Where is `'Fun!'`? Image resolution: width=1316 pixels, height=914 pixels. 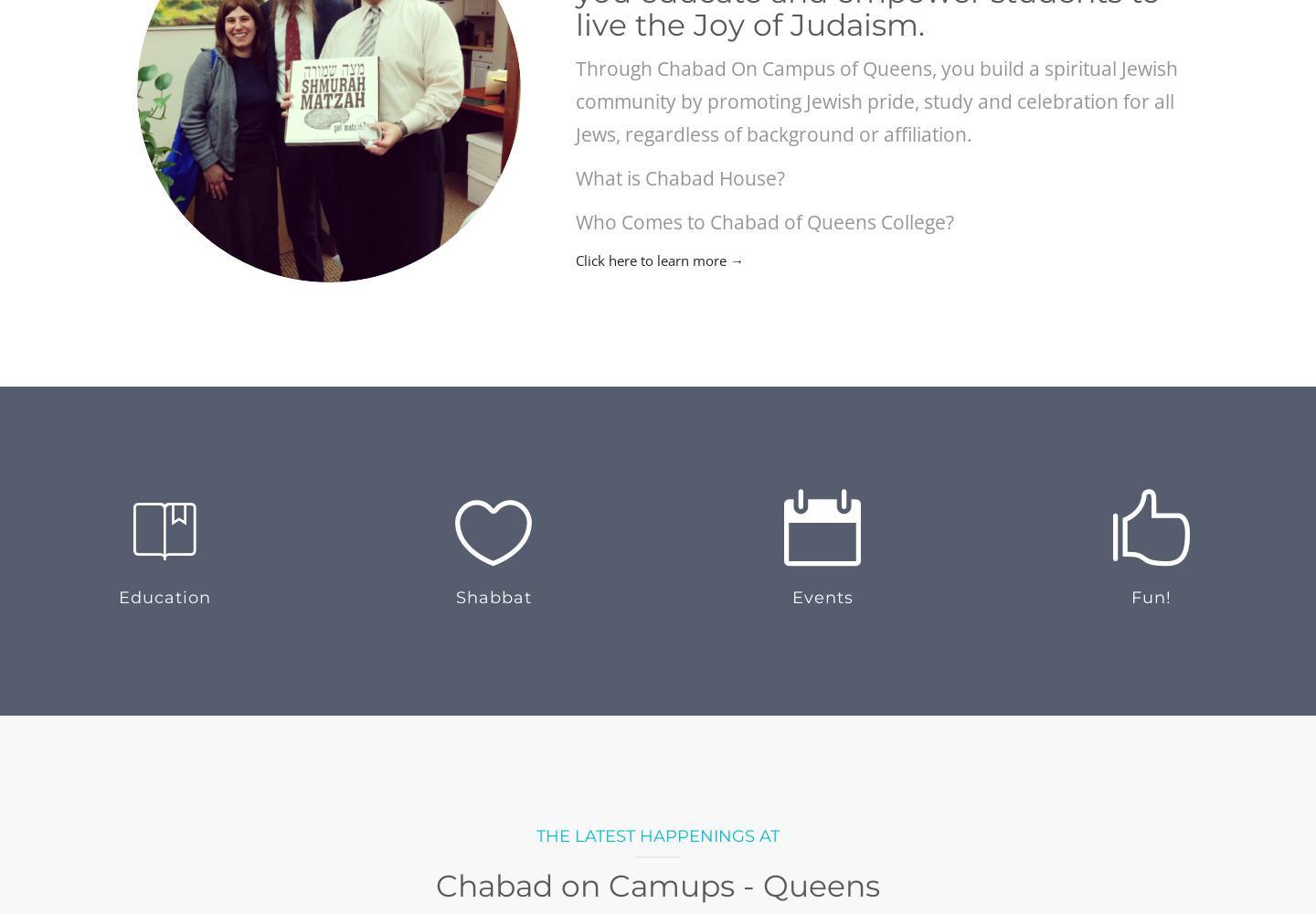 'Fun!' is located at coordinates (1151, 598).